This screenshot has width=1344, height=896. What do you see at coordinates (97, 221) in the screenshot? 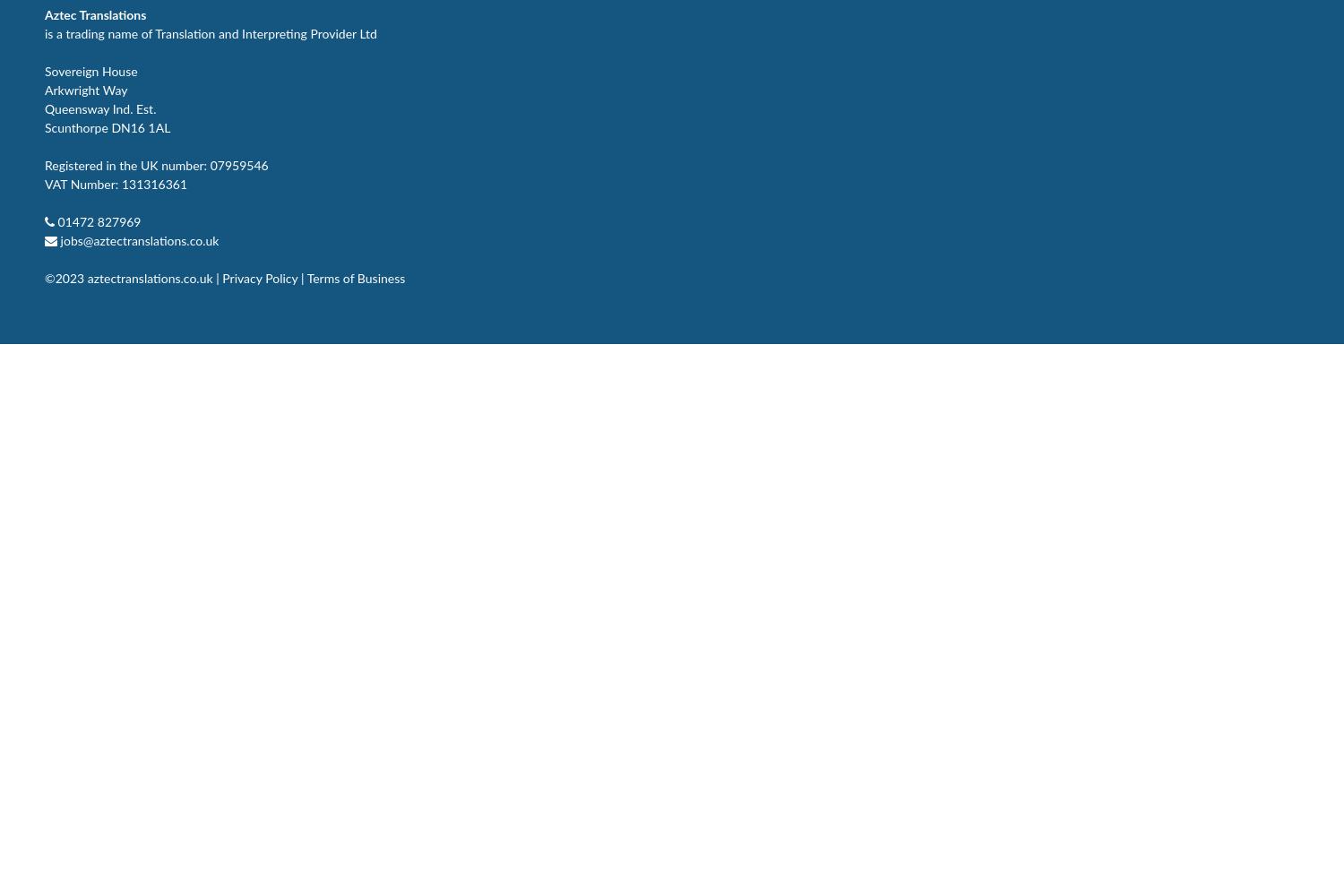
I see `'01472 827969'` at bounding box center [97, 221].